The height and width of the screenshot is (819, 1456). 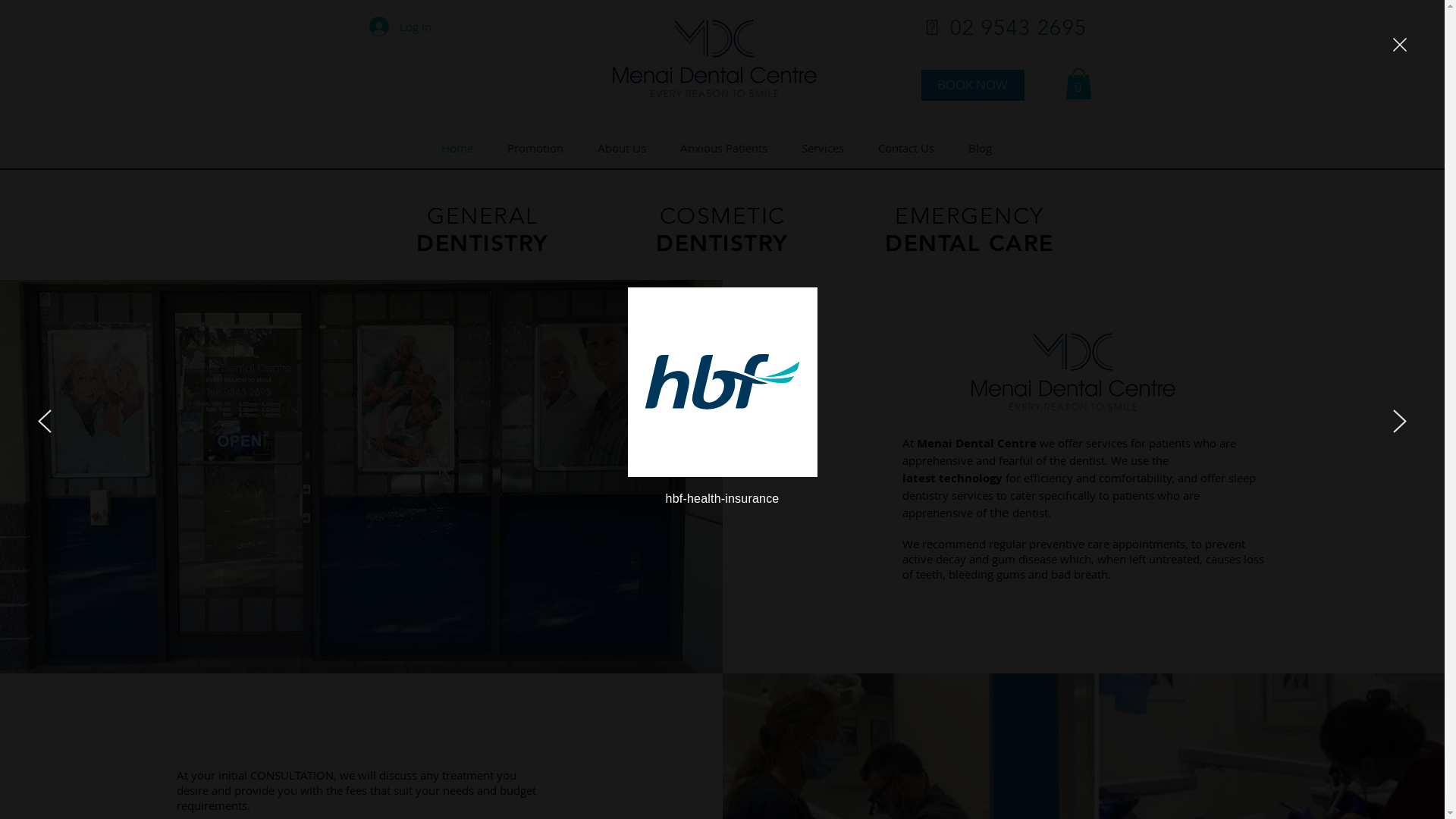 What do you see at coordinates (668, 147) in the screenshot?
I see `'Anxious Patients'` at bounding box center [668, 147].